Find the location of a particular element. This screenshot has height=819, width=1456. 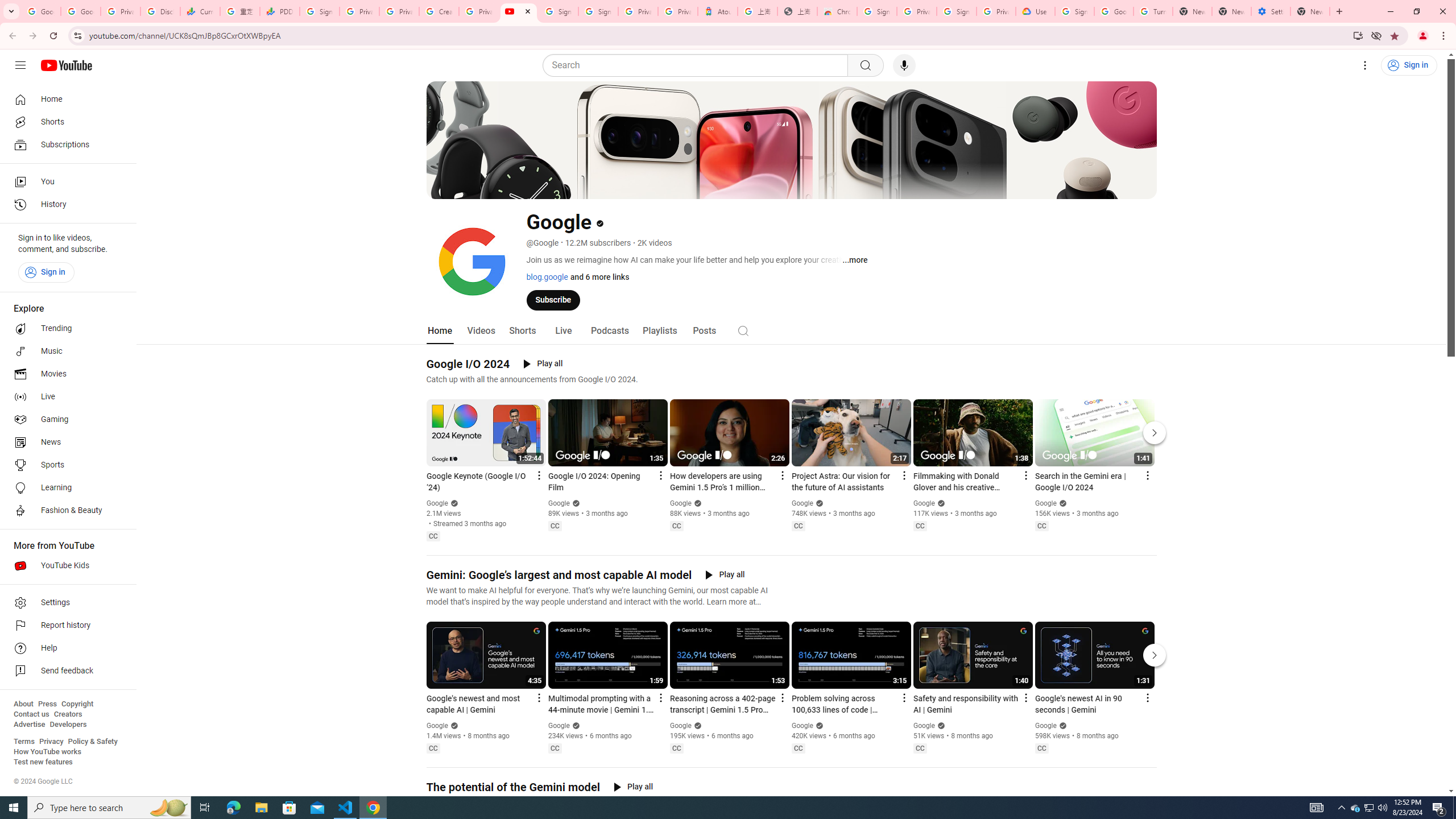

'Atour Hotel - Google hotels' is located at coordinates (717, 11).